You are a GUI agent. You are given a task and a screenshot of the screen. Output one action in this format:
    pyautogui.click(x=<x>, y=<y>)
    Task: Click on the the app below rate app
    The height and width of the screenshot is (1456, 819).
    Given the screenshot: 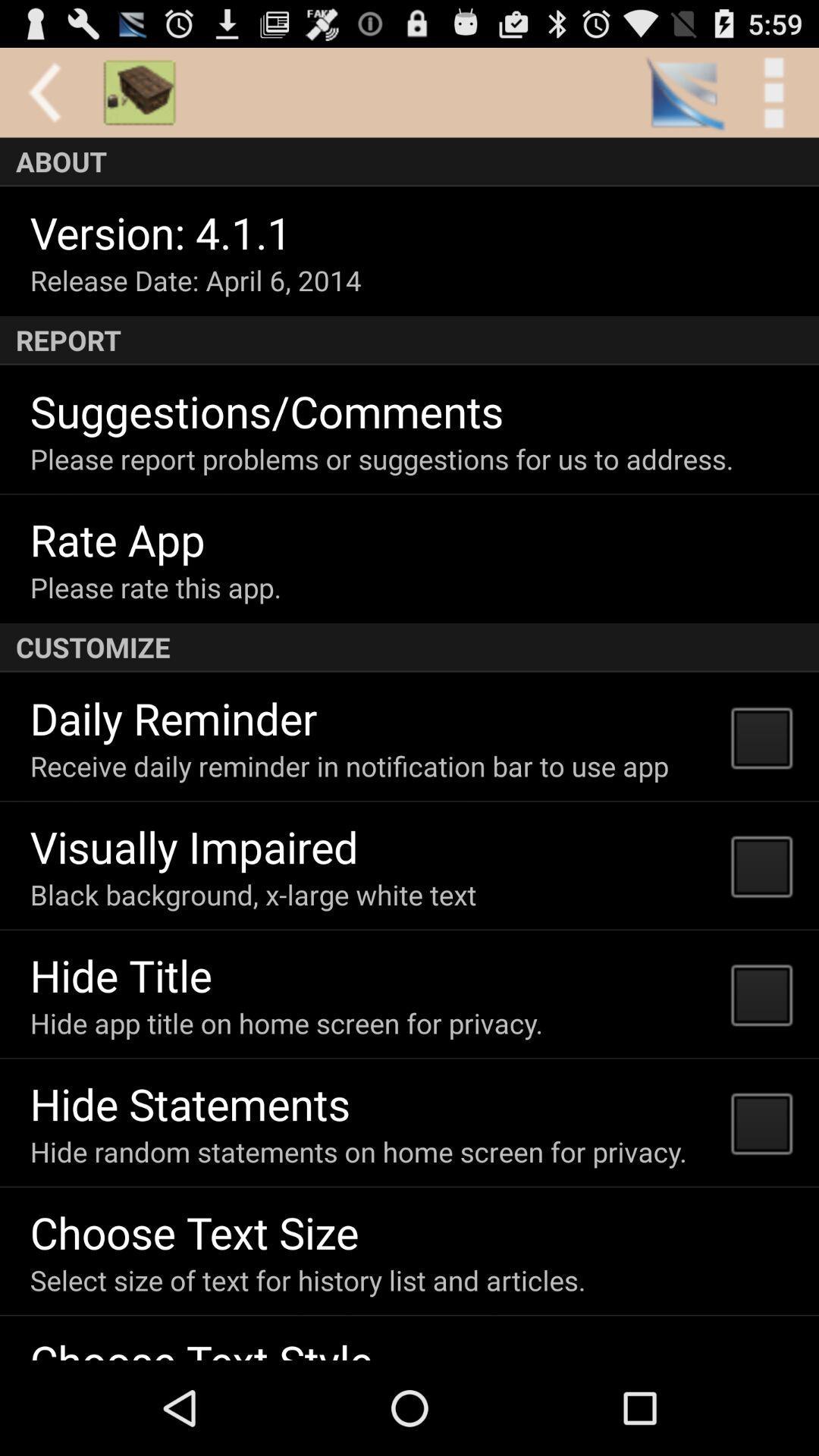 What is the action you would take?
    pyautogui.click(x=155, y=586)
    